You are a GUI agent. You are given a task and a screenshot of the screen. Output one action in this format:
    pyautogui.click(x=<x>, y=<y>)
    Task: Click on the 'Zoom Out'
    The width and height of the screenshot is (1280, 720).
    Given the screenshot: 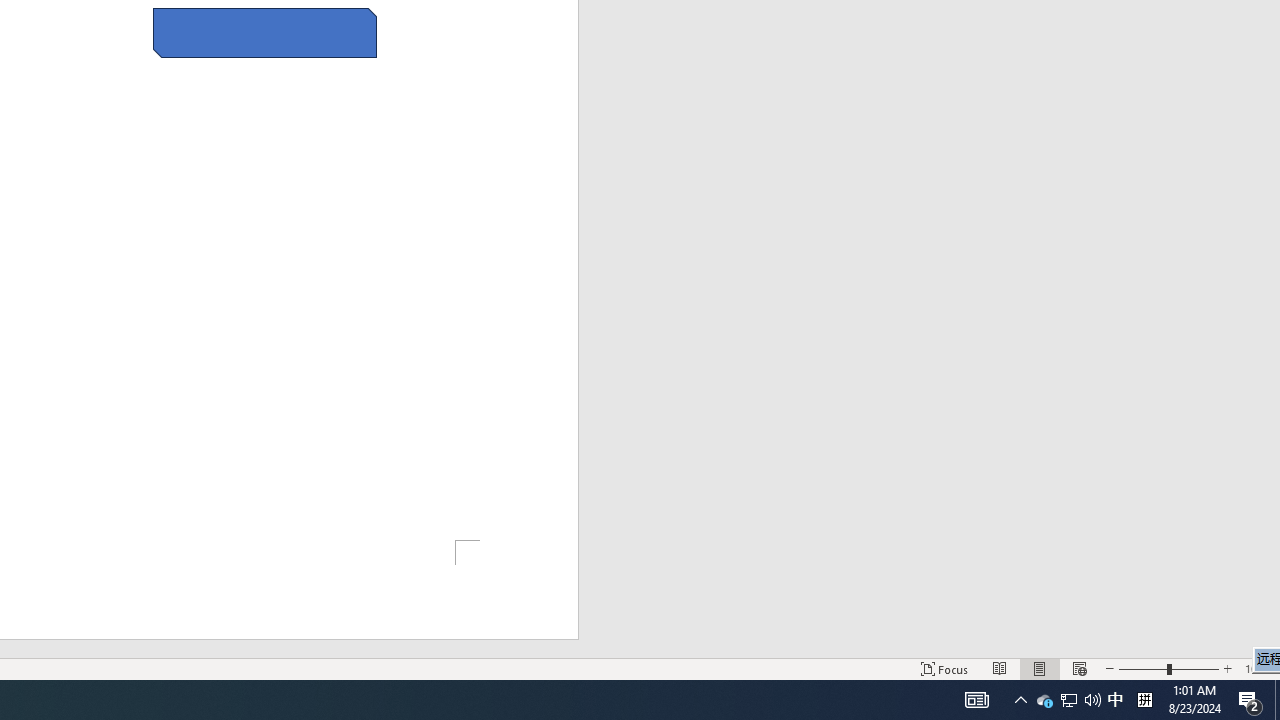 What is the action you would take?
    pyautogui.click(x=1143, y=669)
    